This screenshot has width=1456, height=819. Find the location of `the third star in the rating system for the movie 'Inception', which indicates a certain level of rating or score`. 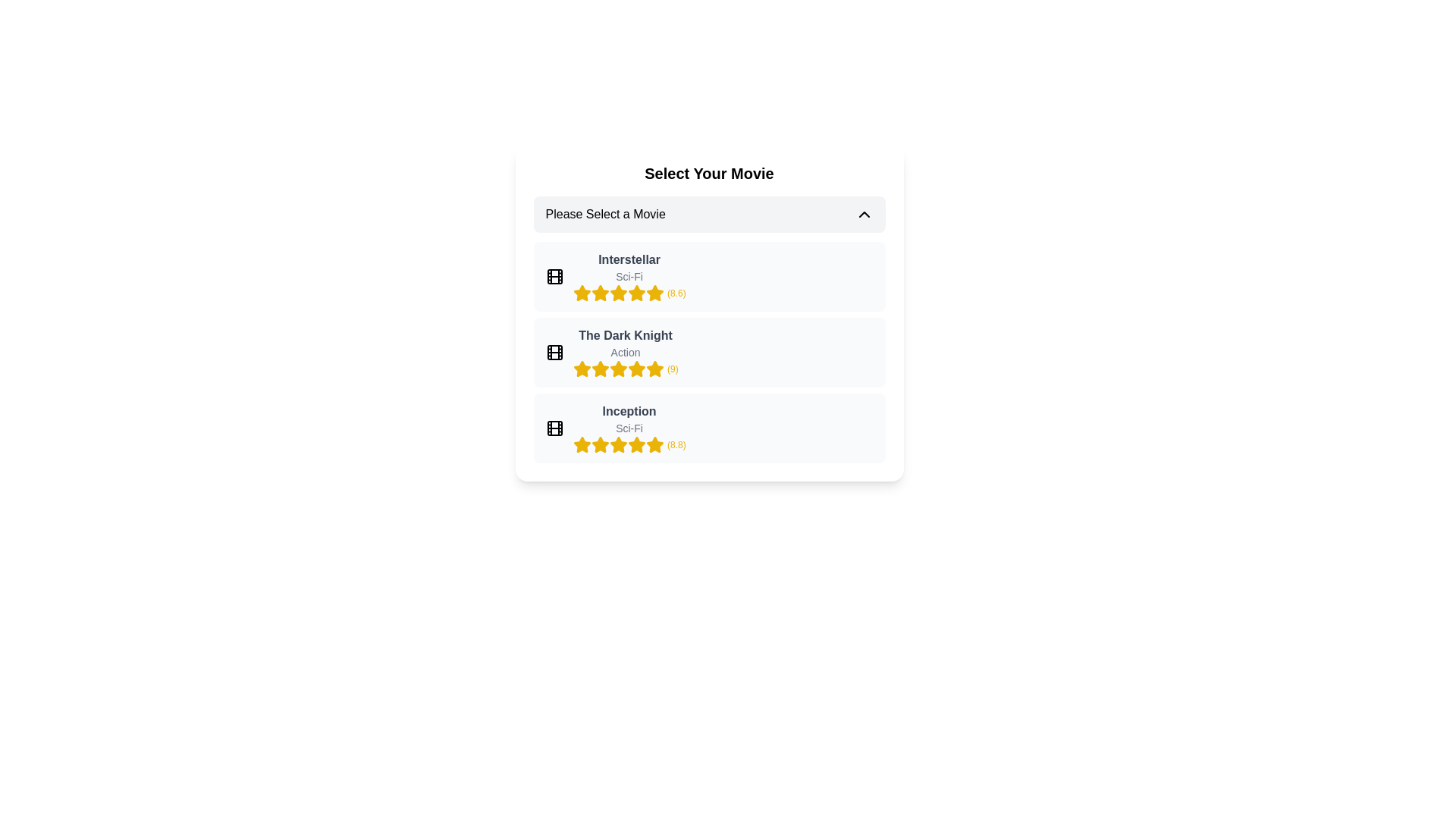

the third star in the rating system for the movie 'Inception', which indicates a certain level of rating or score is located at coordinates (654, 444).